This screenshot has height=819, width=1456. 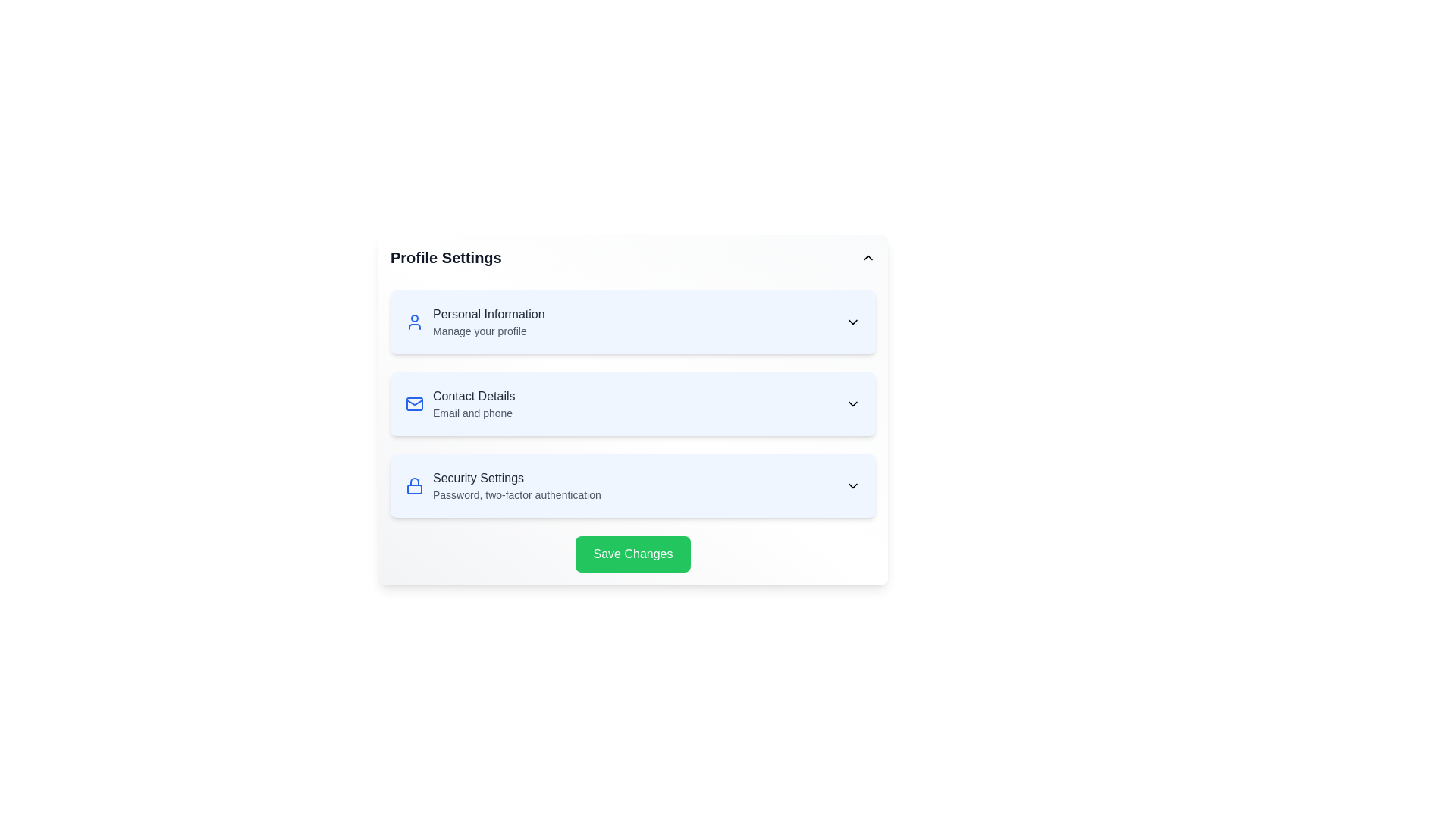 What do you see at coordinates (633, 403) in the screenshot?
I see `the second expandable section under 'Profile Settings', which displays contact information details` at bounding box center [633, 403].